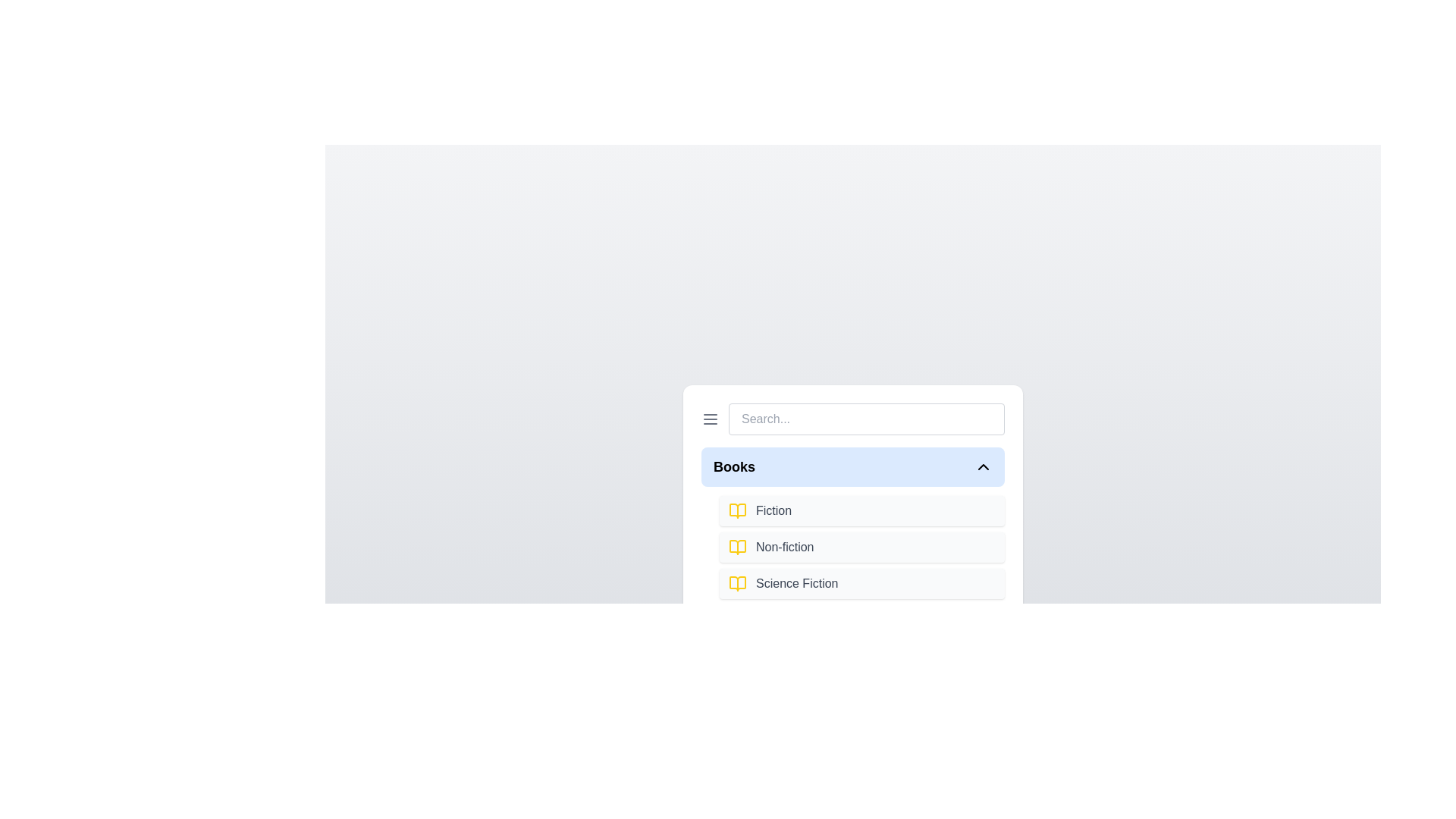  I want to click on the menu icon at the top-left of the component, so click(709, 419).